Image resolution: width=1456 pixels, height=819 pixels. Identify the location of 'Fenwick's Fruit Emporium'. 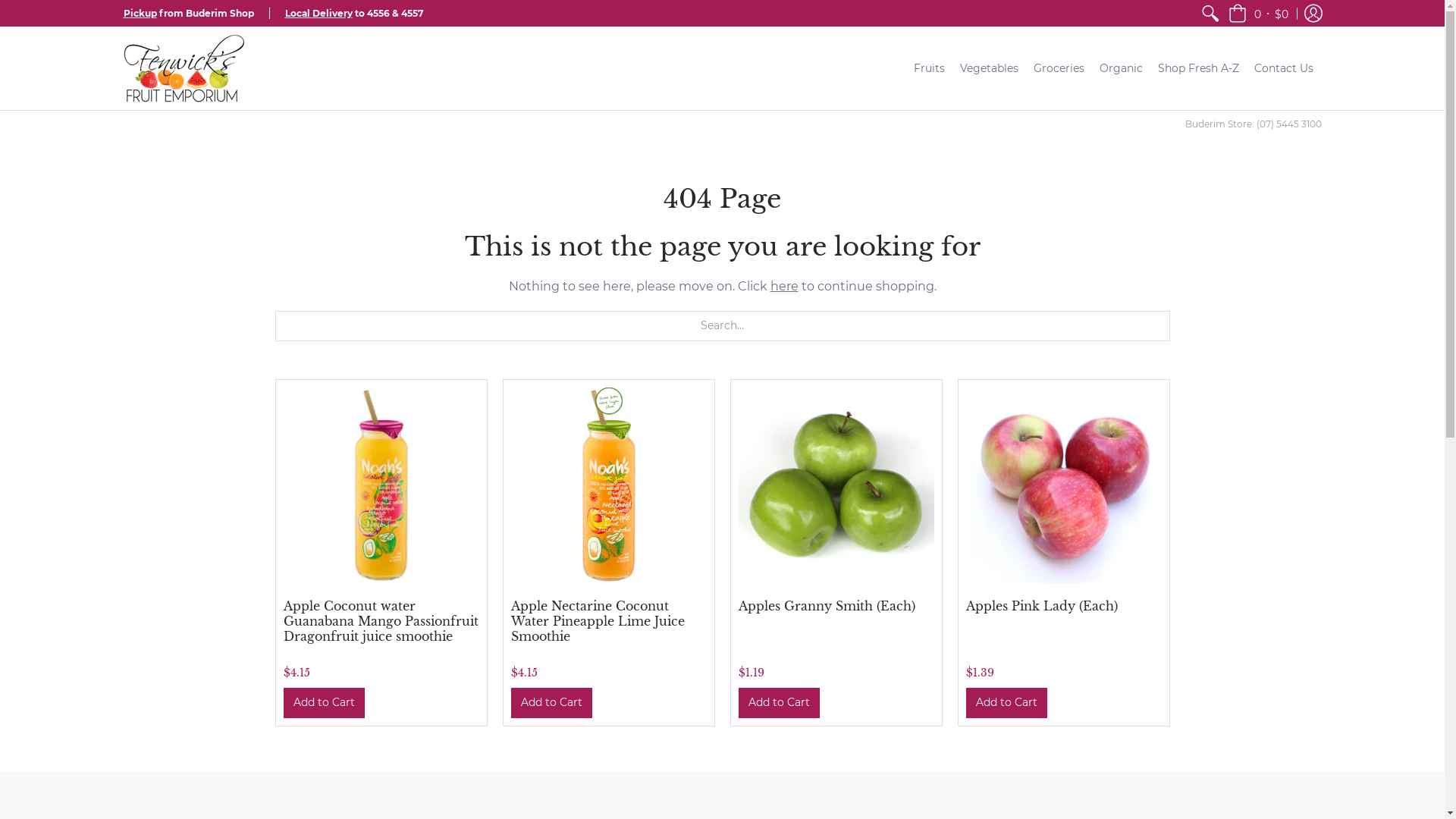
(182, 67).